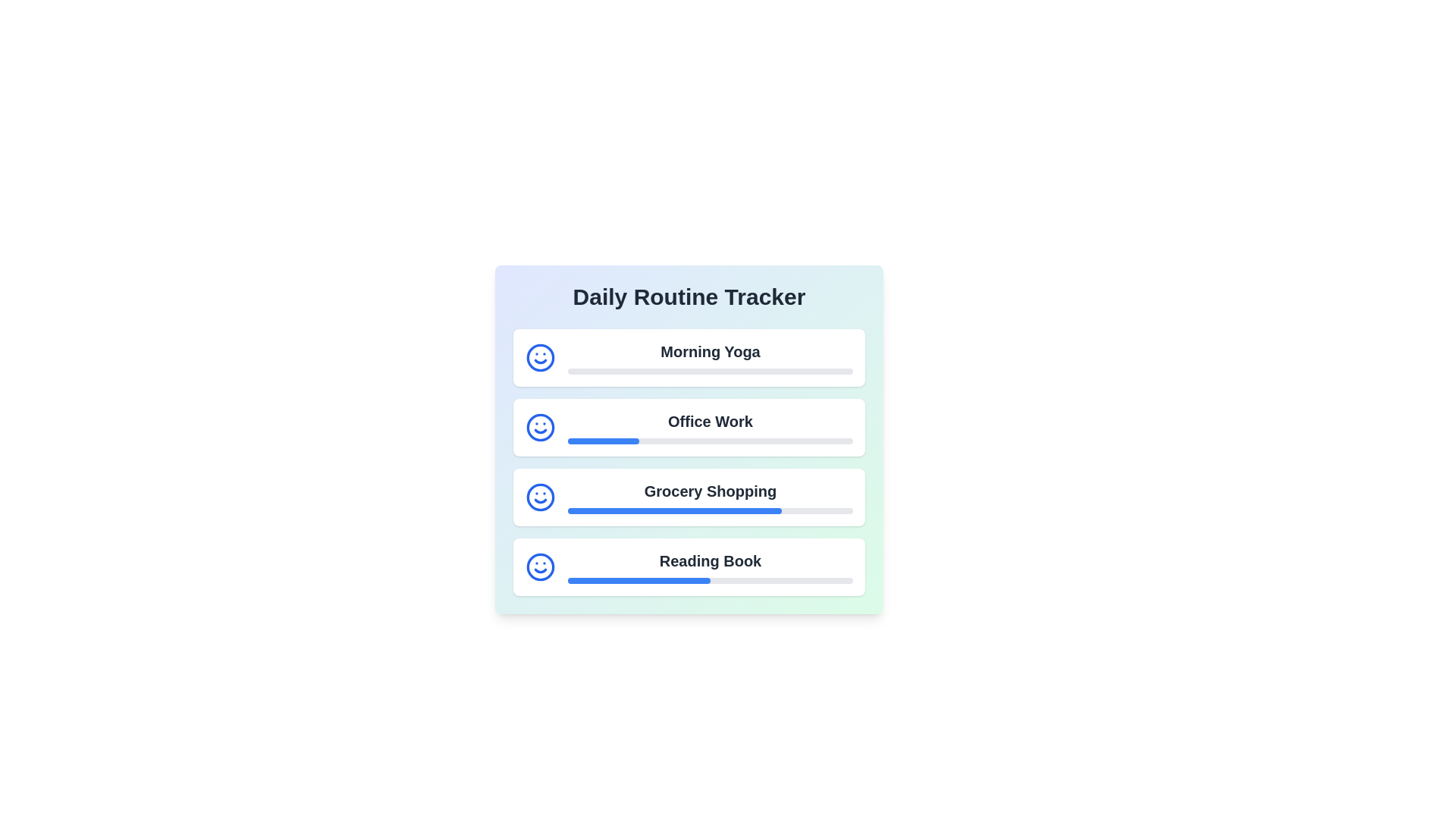 Image resolution: width=1456 pixels, height=819 pixels. Describe the element at coordinates (688, 357) in the screenshot. I see `the routine item Morning Yoga to see additional information` at that location.